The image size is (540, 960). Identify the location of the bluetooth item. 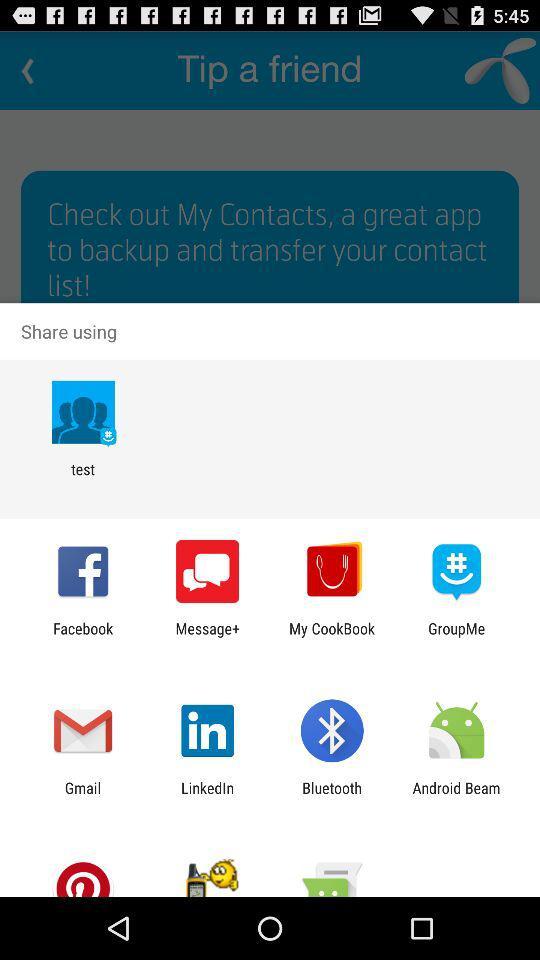
(332, 796).